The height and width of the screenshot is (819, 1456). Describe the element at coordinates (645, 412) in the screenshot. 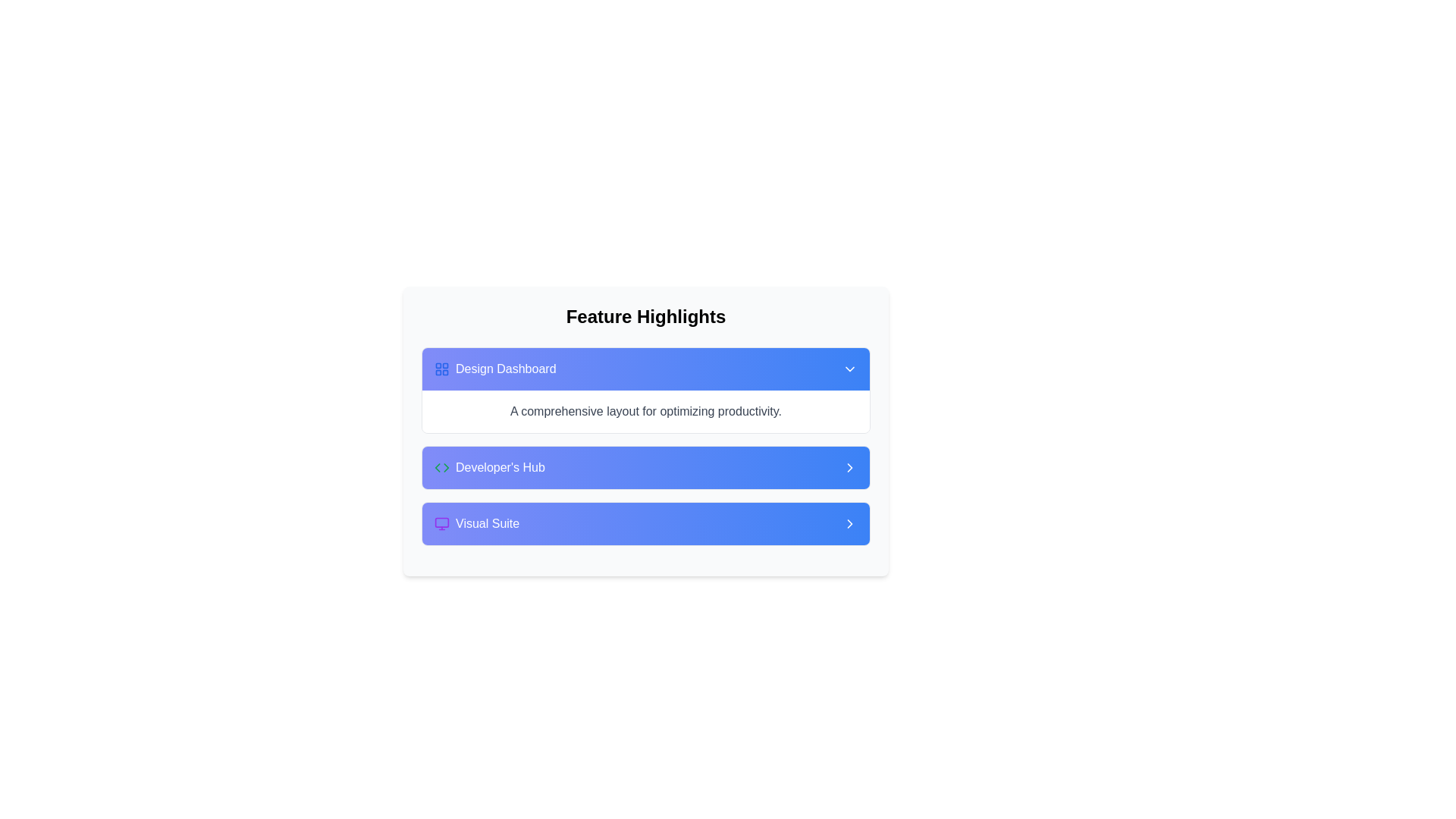

I see `text from the rectangular text box that states 'A comprehensive layout for optimizing productivity.' located centrally below the 'Design Dashboard' header` at that location.